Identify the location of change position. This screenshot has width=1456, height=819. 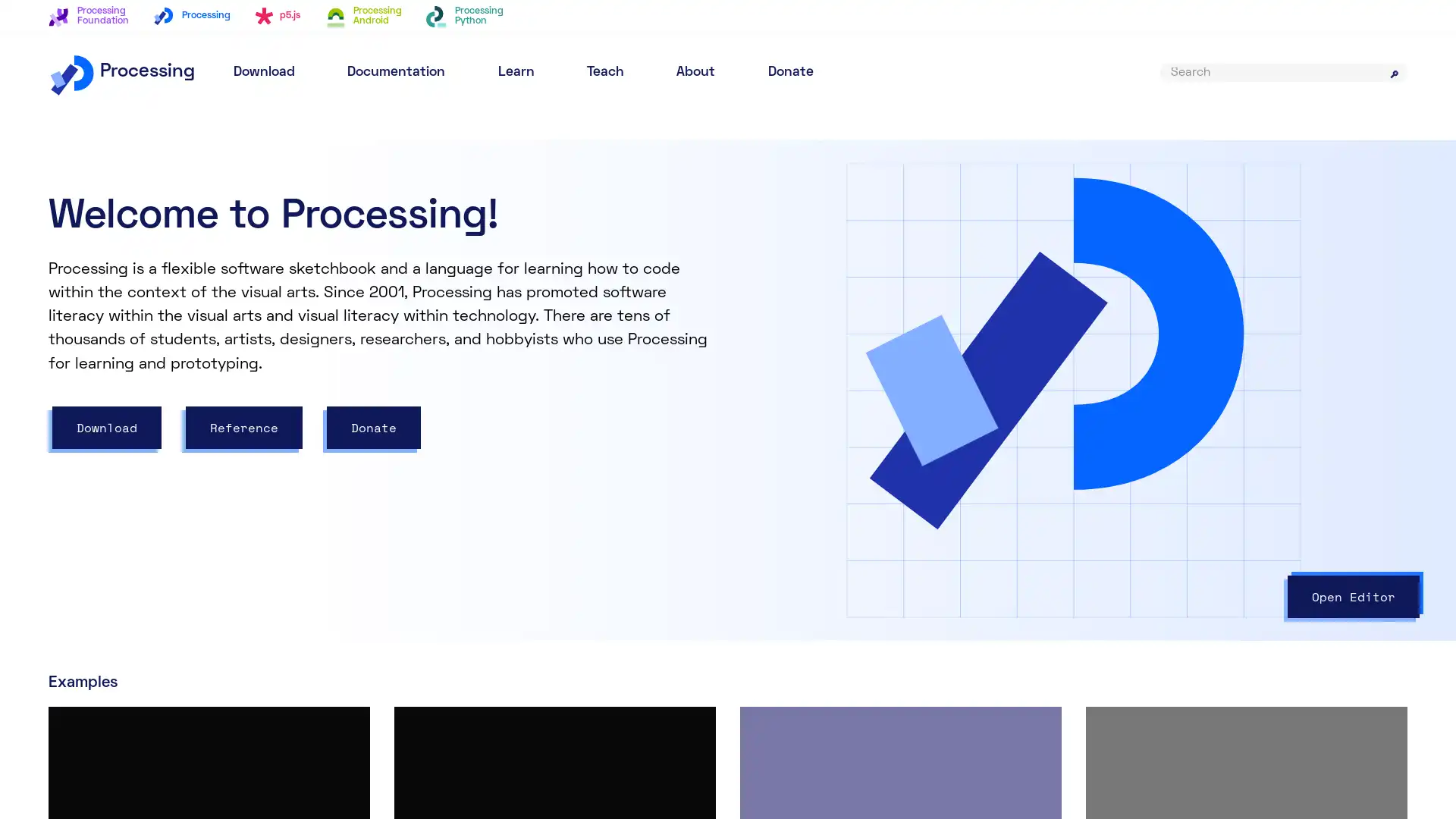
(808, 467).